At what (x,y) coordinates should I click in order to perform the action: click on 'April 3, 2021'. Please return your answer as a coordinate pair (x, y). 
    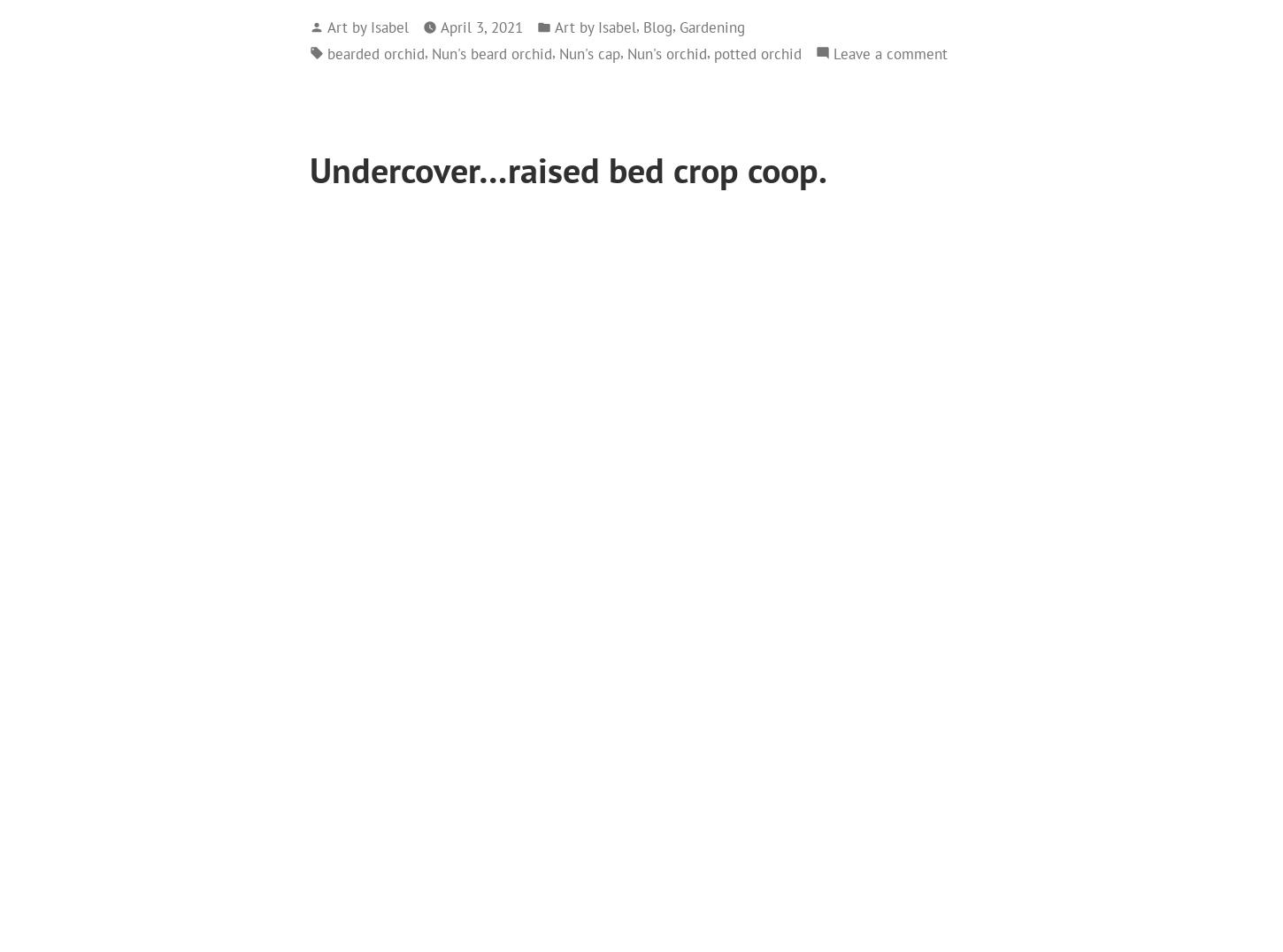
    Looking at the image, I should click on (481, 25).